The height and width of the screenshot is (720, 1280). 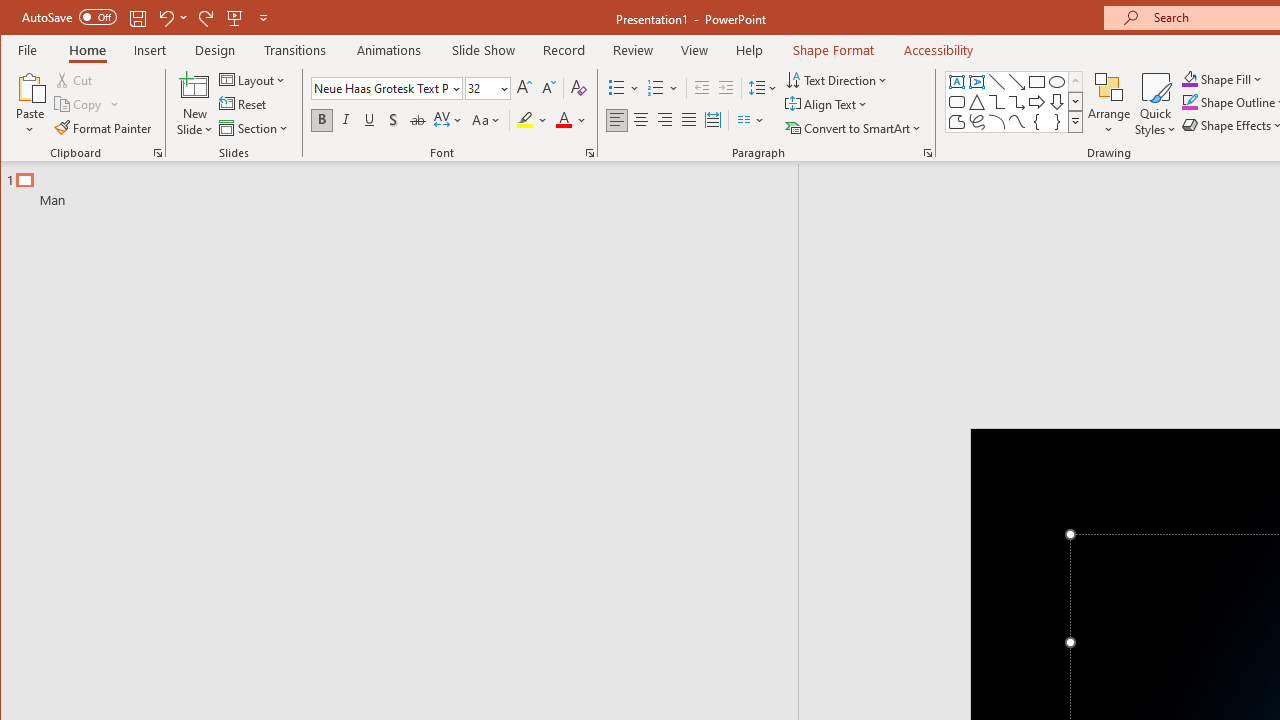 What do you see at coordinates (1036, 81) in the screenshot?
I see `'Rectangle'` at bounding box center [1036, 81].